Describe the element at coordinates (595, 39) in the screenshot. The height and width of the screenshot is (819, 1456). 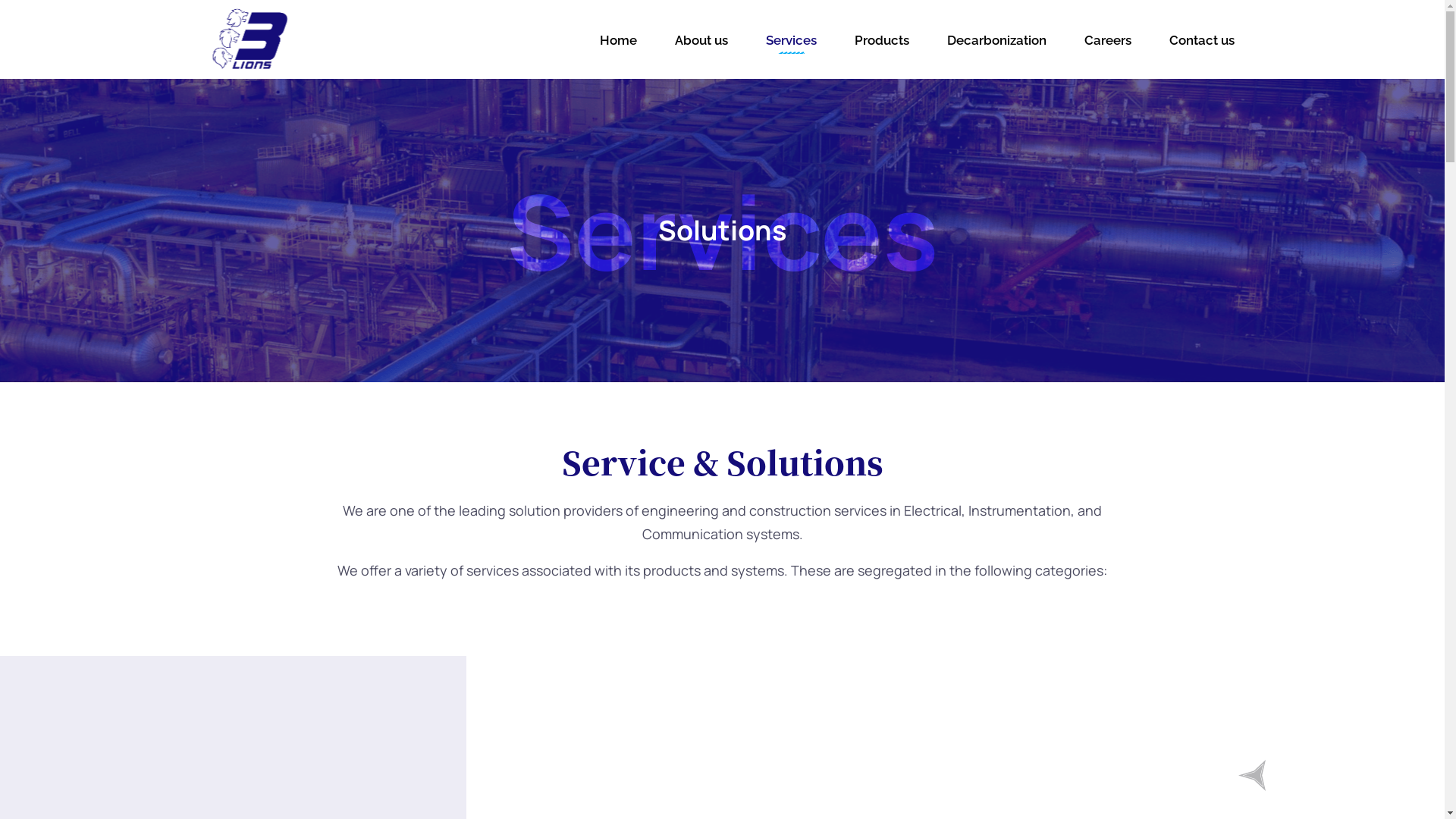
I see `'Home'` at that location.